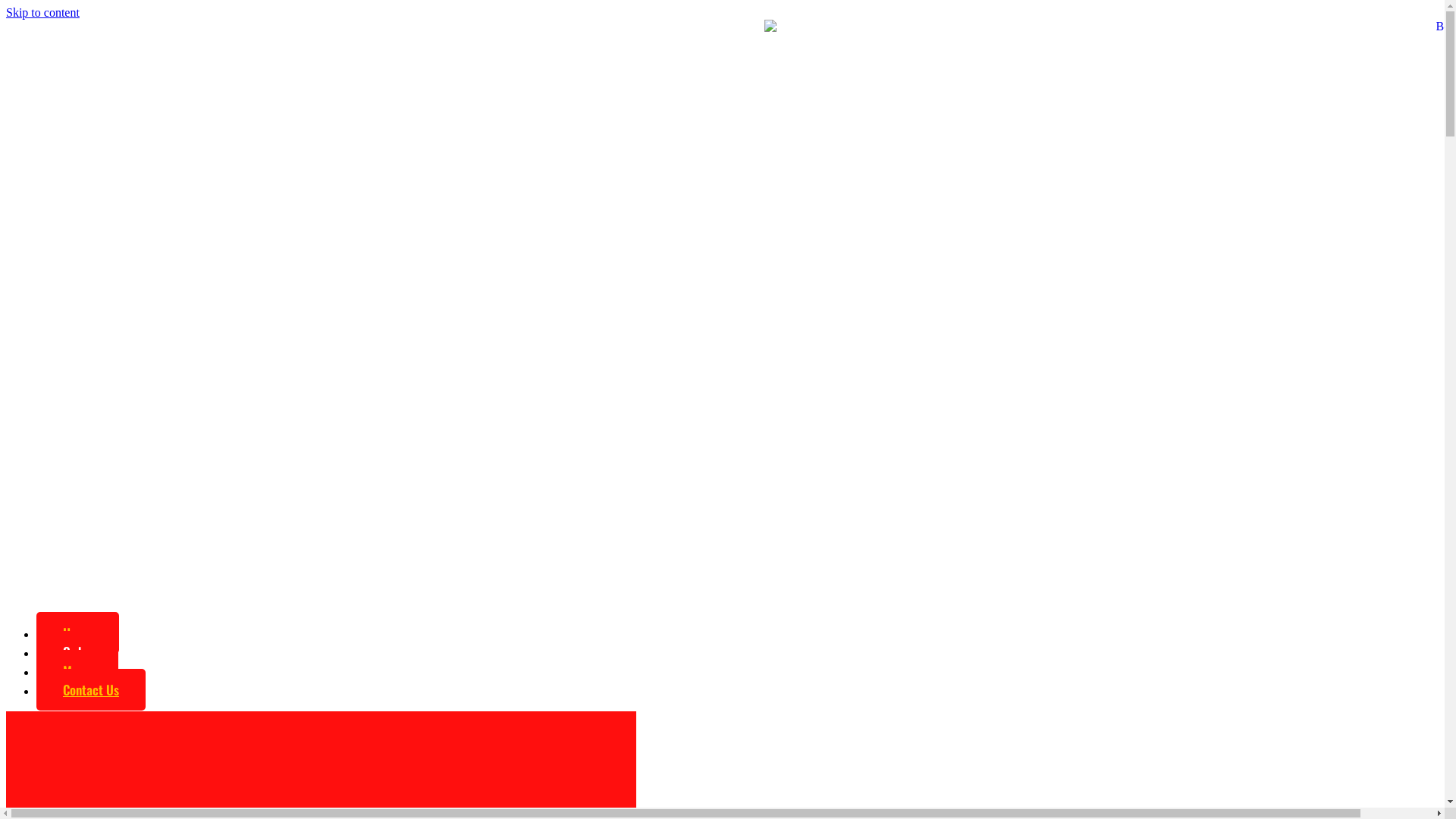 The width and height of the screenshot is (1456, 819). Describe the element at coordinates (36, 670) in the screenshot. I see `'Menu'` at that location.